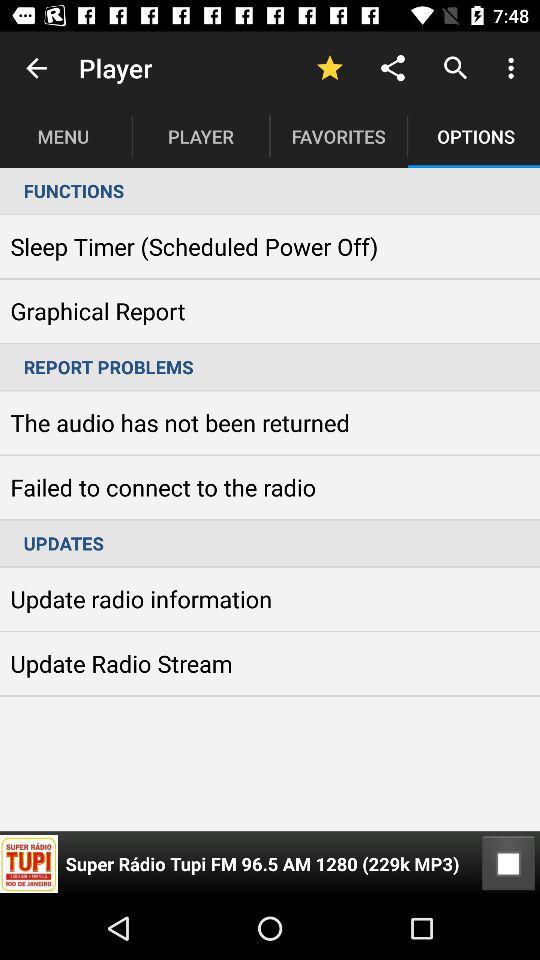 This screenshot has height=960, width=540. What do you see at coordinates (508, 863) in the screenshot?
I see `the item at the bottom right corner` at bounding box center [508, 863].